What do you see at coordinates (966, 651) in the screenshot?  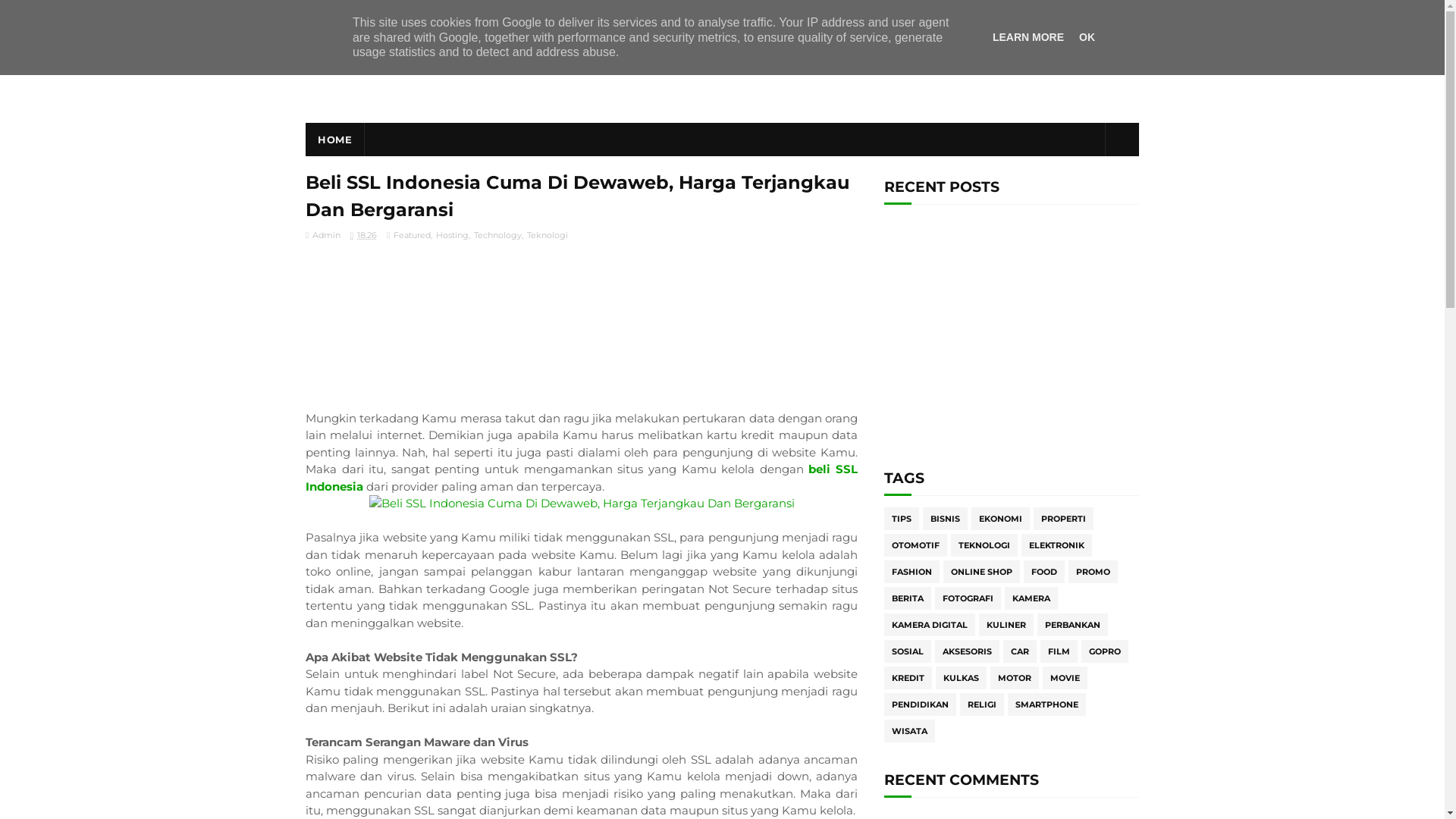 I see `'AKSESORIS'` at bounding box center [966, 651].